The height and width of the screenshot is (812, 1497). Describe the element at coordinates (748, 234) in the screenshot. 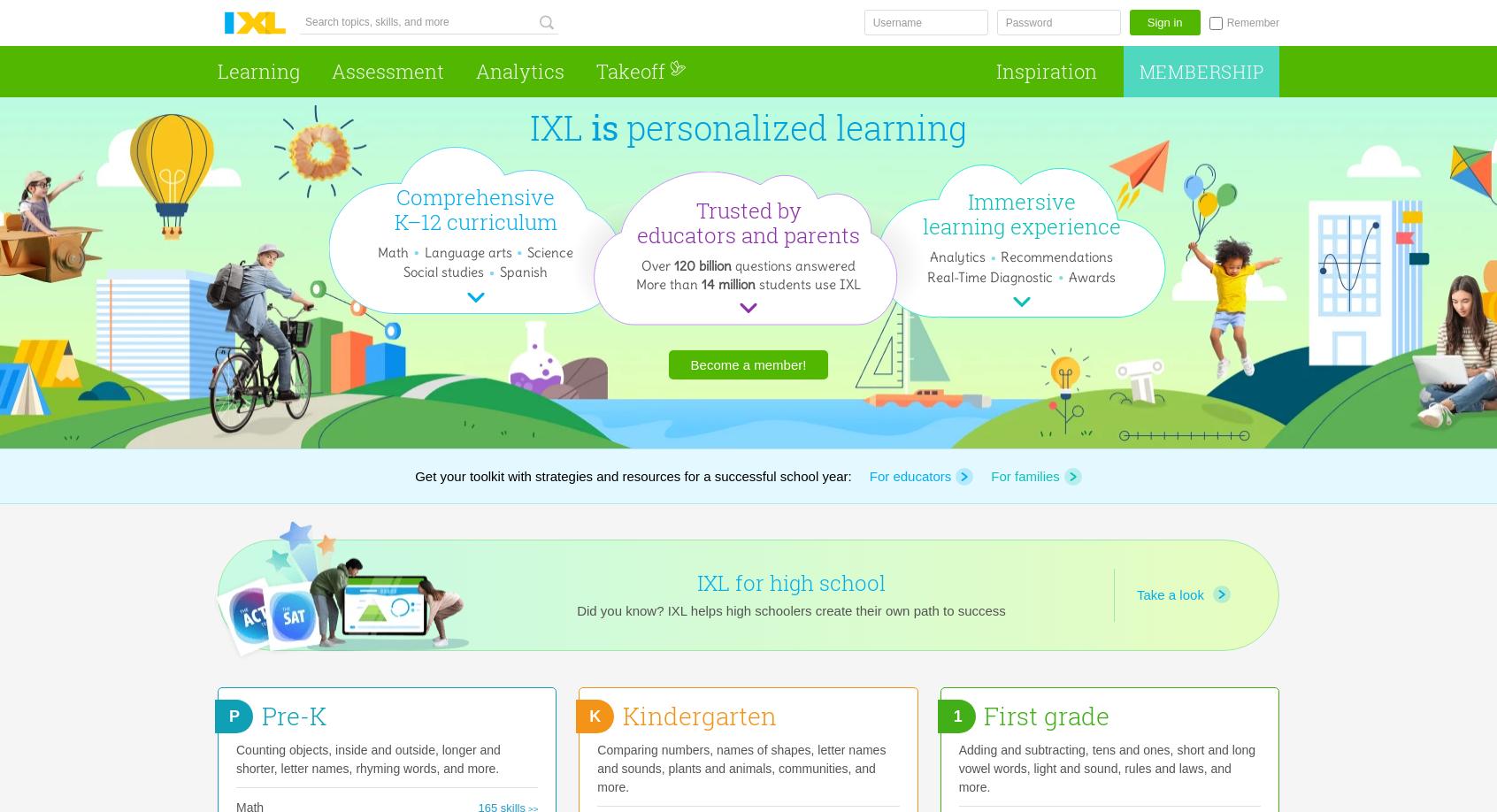

I see `'educators and parents'` at that location.